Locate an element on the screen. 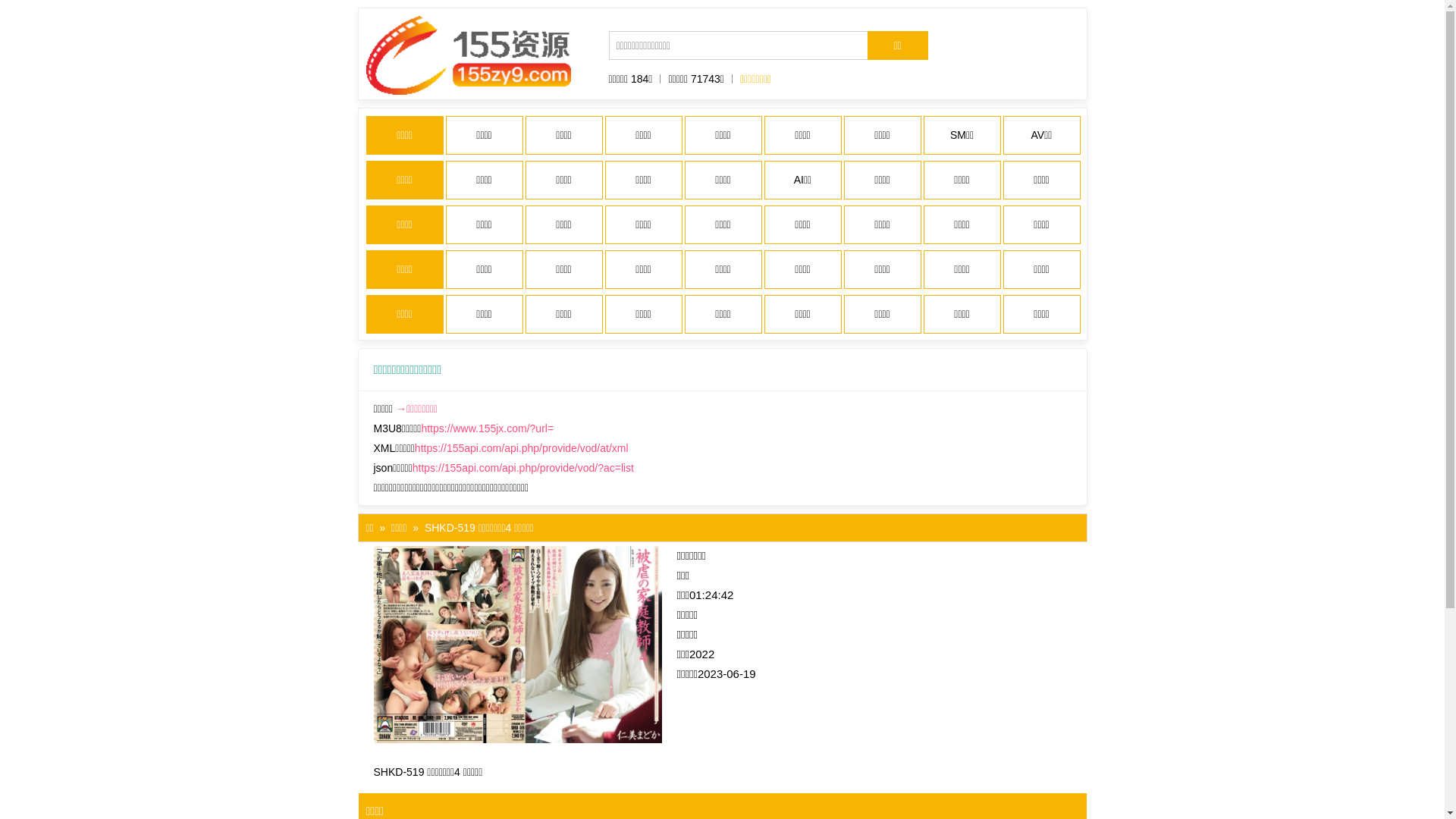  'https://www.155jx.com/?url=' is located at coordinates (487, 428).